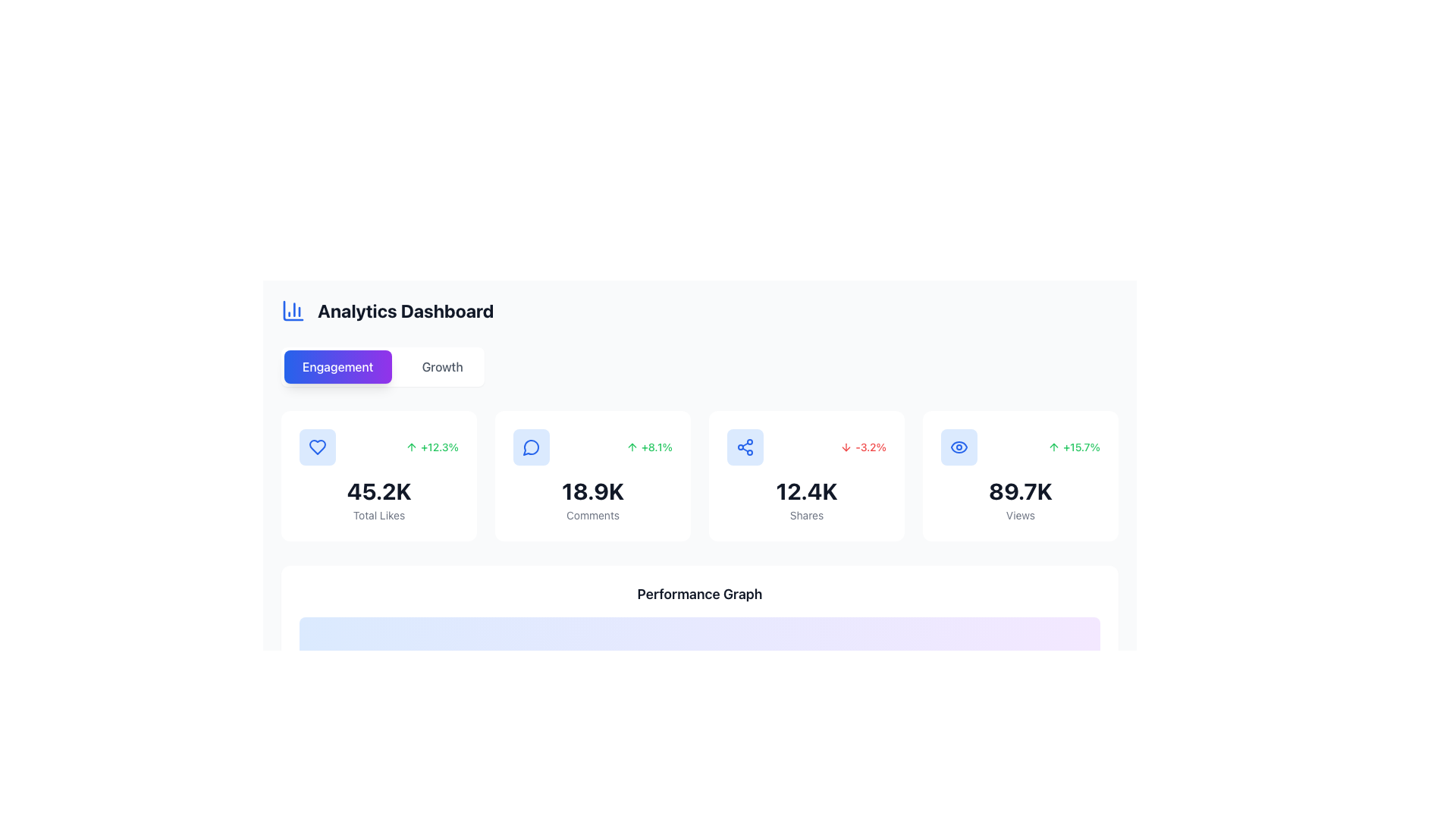 The image size is (1456, 819). What do you see at coordinates (316, 447) in the screenshot?
I see `the blue heart-shaped icon with a curved line pattern in the Engagement section of the Analytics Dashboard` at bounding box center [316, 447].